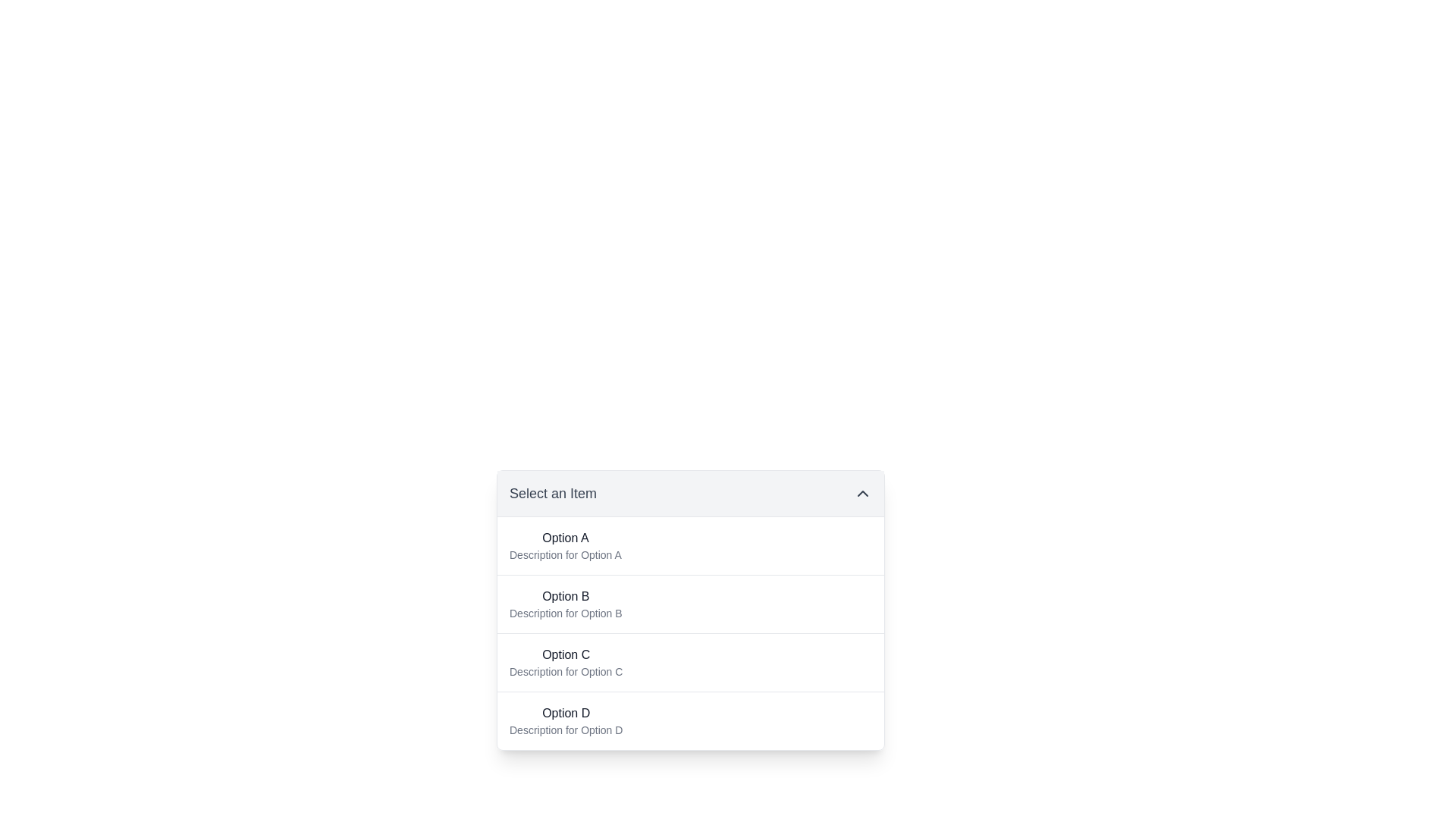 The width and height of the screenshot is (1456, 819). What do you see at coordinates (690, 661) in the screenshot?
I see `the selectable option 'Option C' in the dropdown menu to trigger possible visual feedback` at bounding box center [690, 661].